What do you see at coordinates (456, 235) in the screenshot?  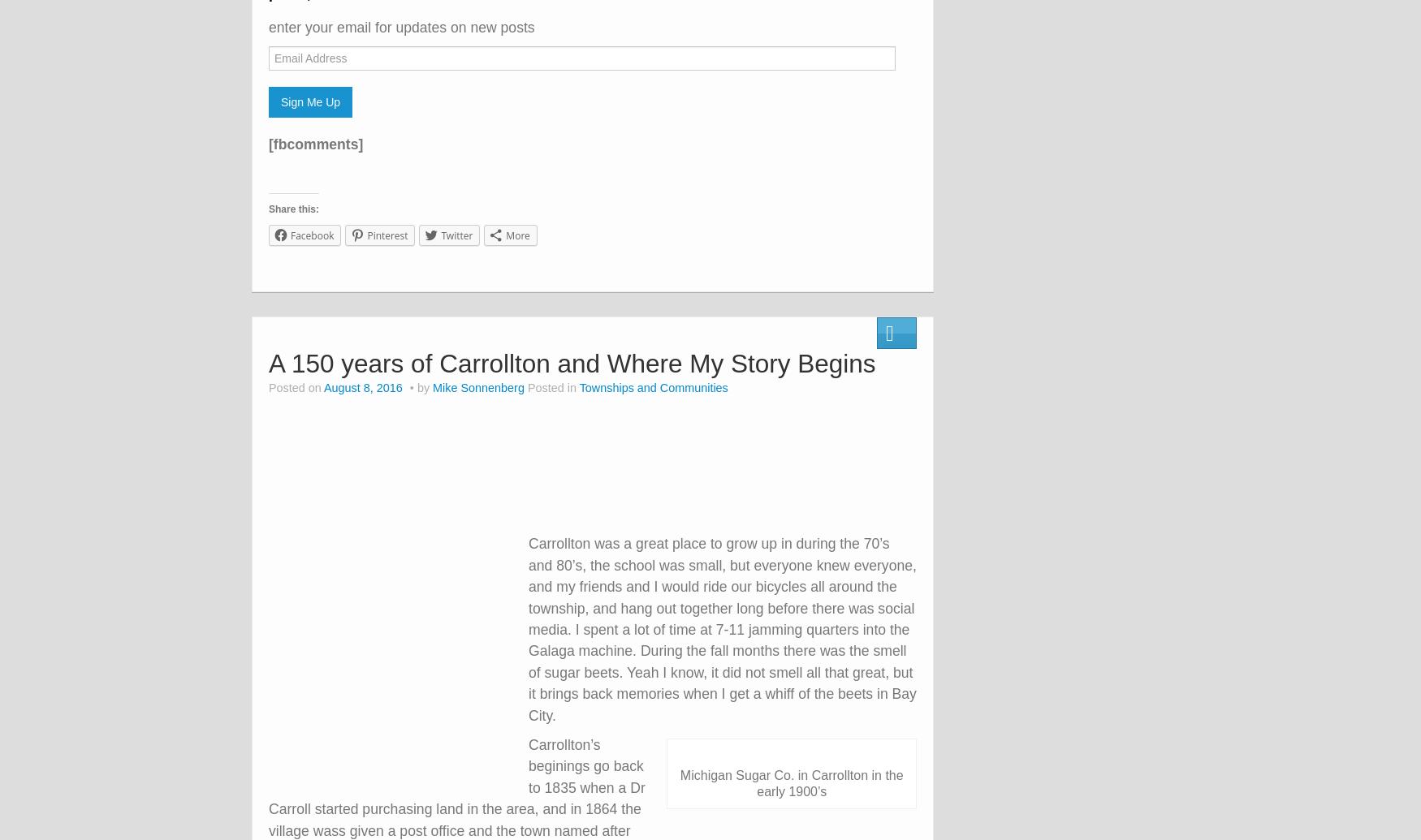 I see `'Twitter'` at bounding box center [456, 235].